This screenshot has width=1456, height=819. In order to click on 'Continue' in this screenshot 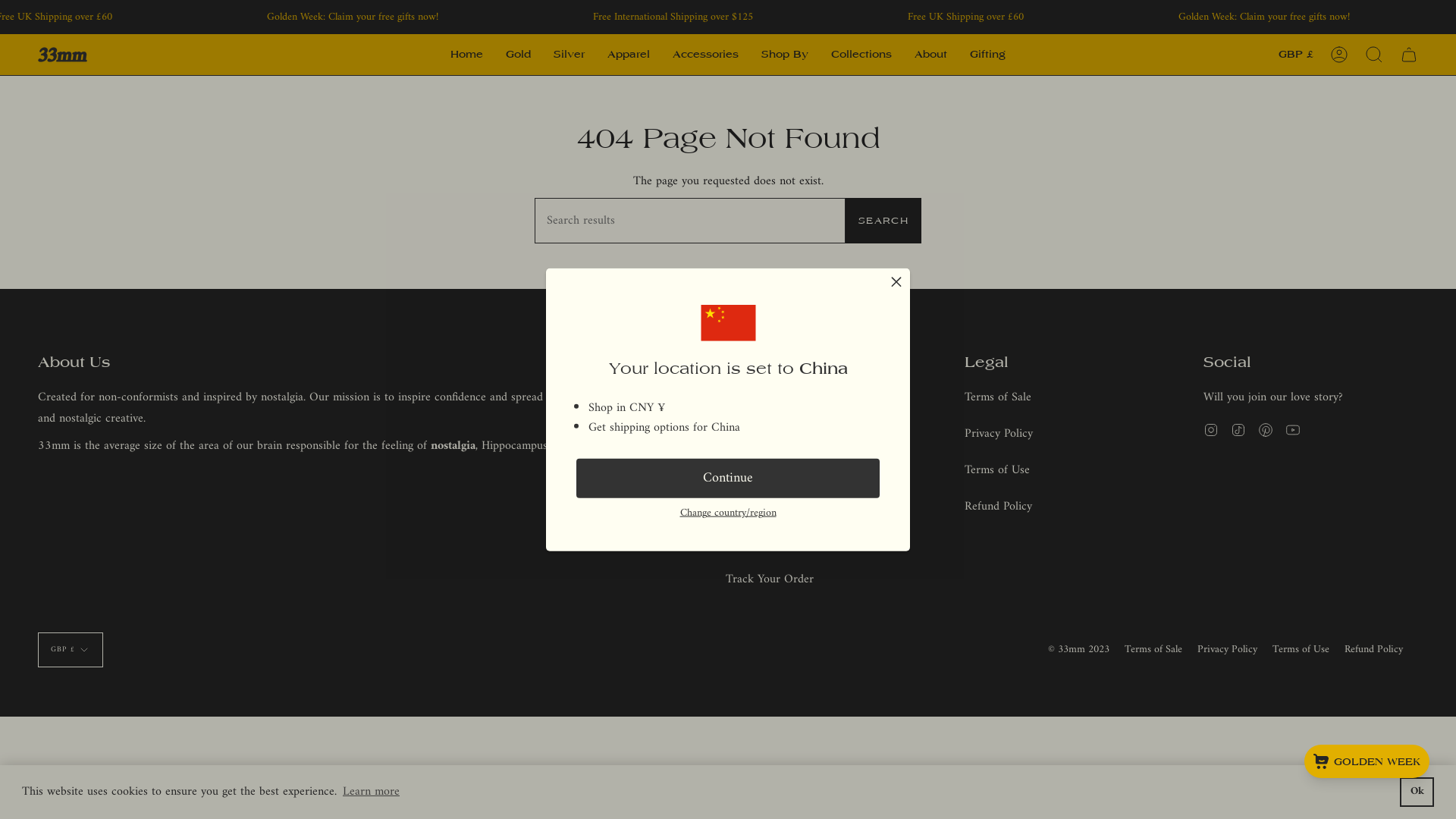, I will do `click(728, 479)`.